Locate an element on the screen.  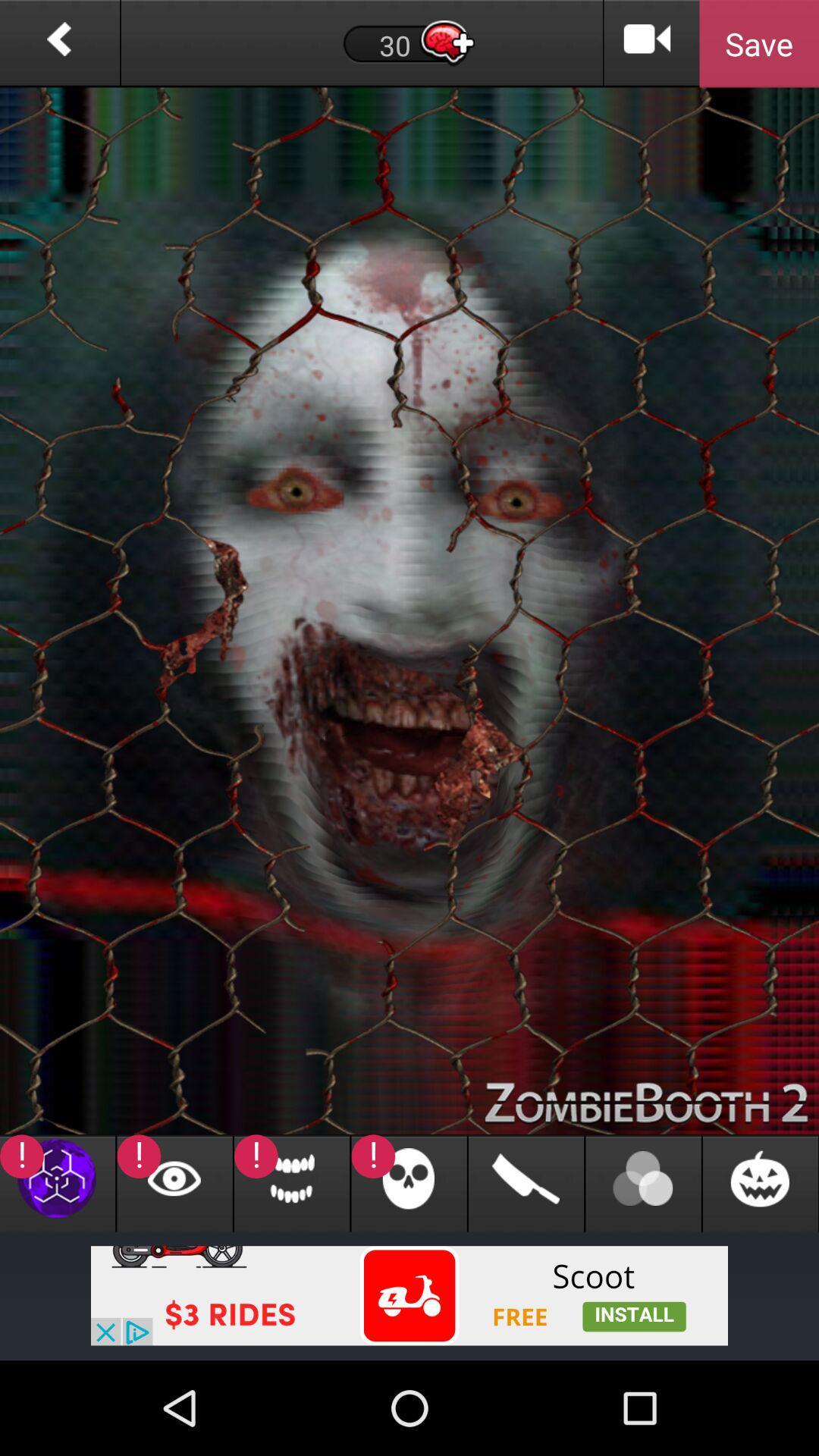
the settings icon is located at coordinates (57, 1266).